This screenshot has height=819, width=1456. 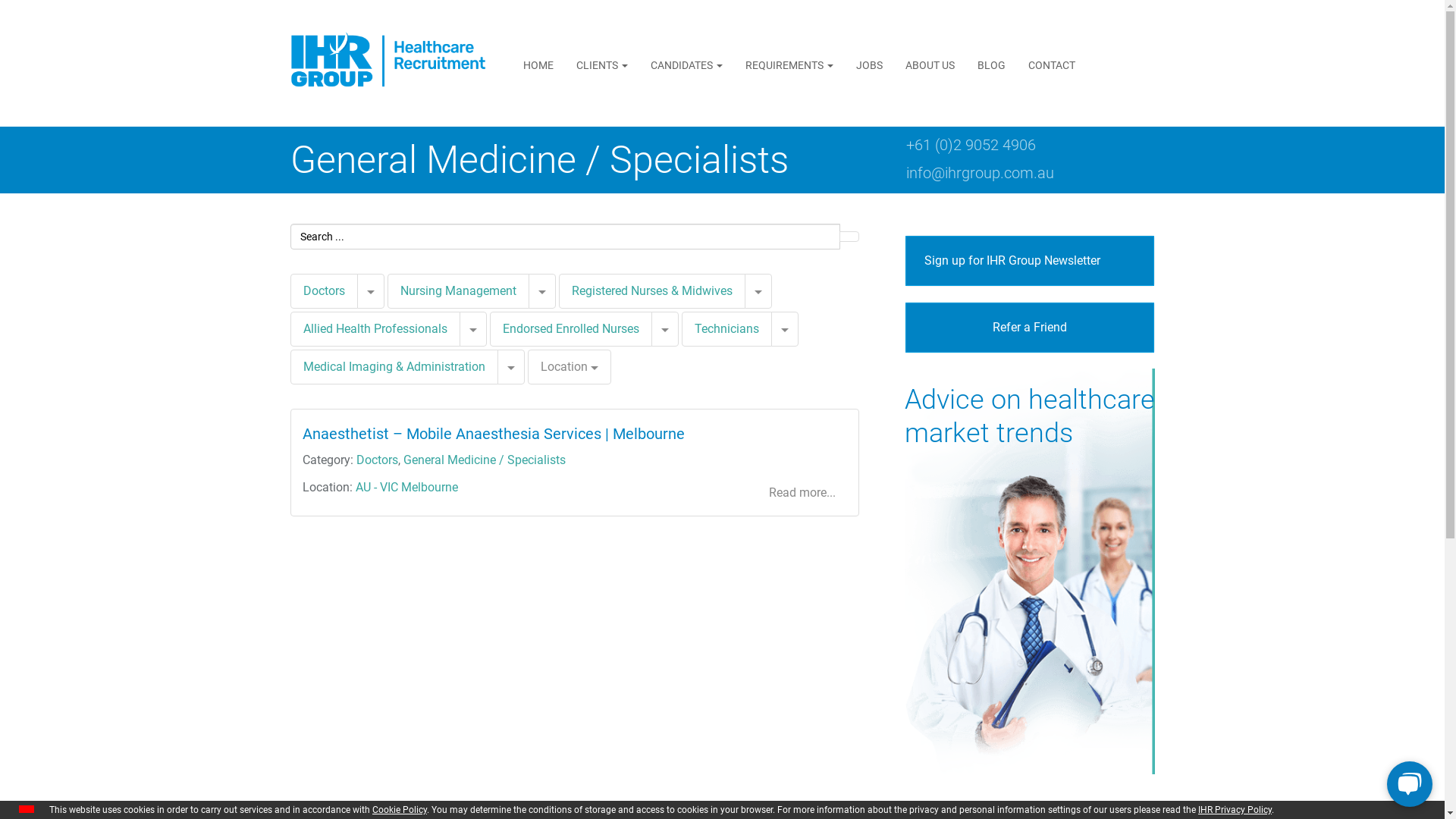 What do you see at coordinates (843, 64) in the screenshot?
I see `'JOBS'` at bounding box center [843, 64].